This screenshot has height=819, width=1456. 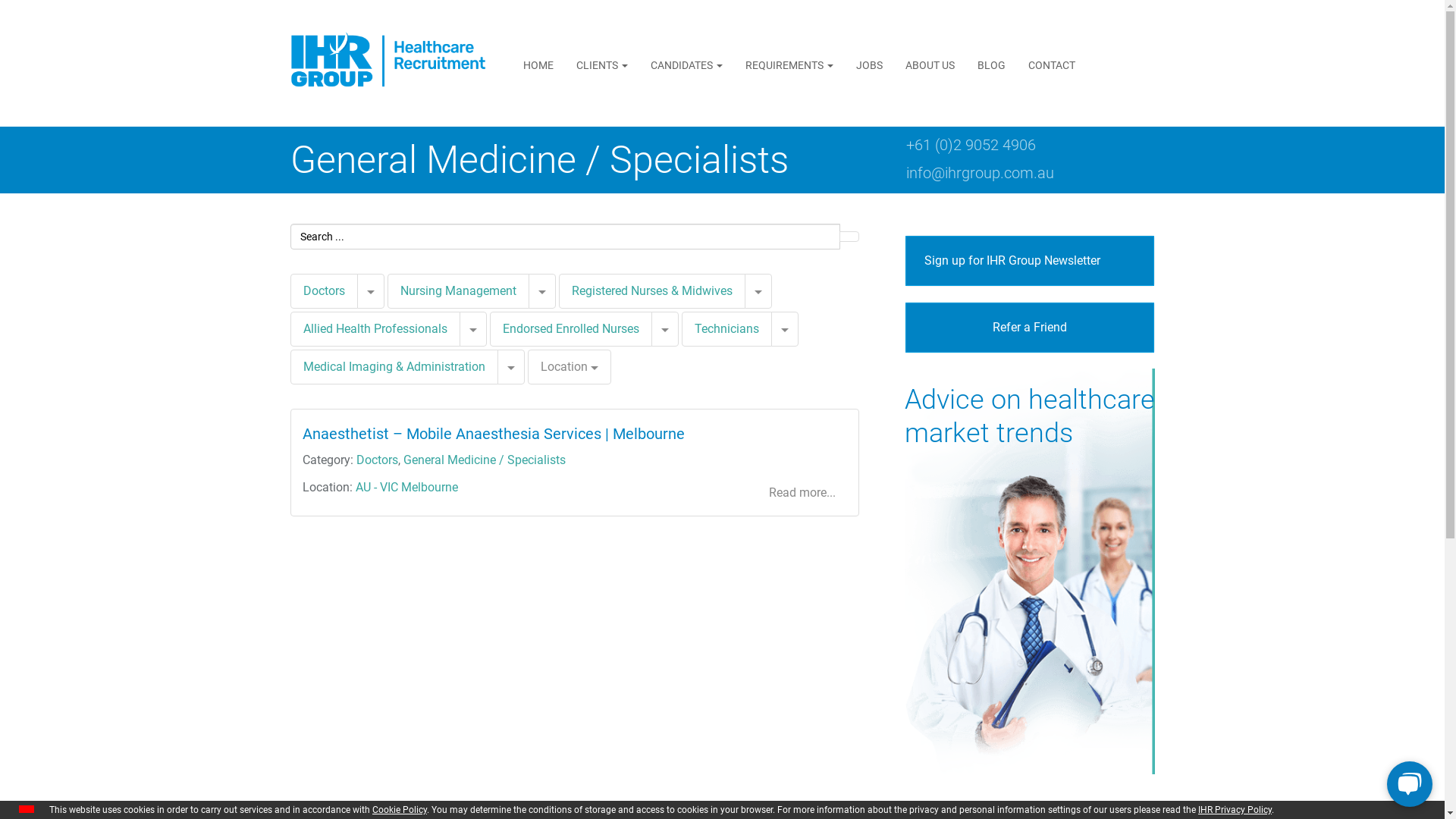 What do you see at coordinates (843, 64) in the screenshot?
I see `'JOBS'` at bounding box center [843, 64].